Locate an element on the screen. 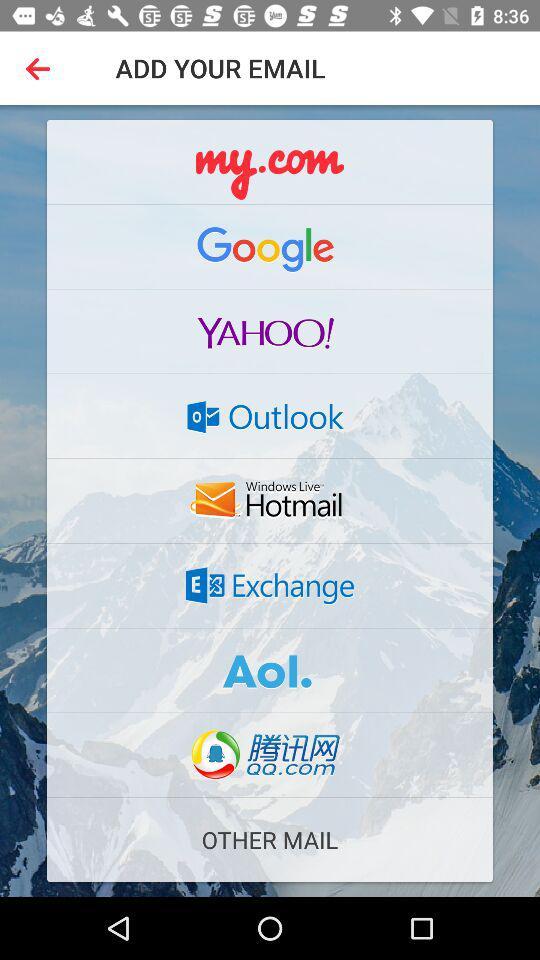  click the my.com is located at coordinates (270, 161).